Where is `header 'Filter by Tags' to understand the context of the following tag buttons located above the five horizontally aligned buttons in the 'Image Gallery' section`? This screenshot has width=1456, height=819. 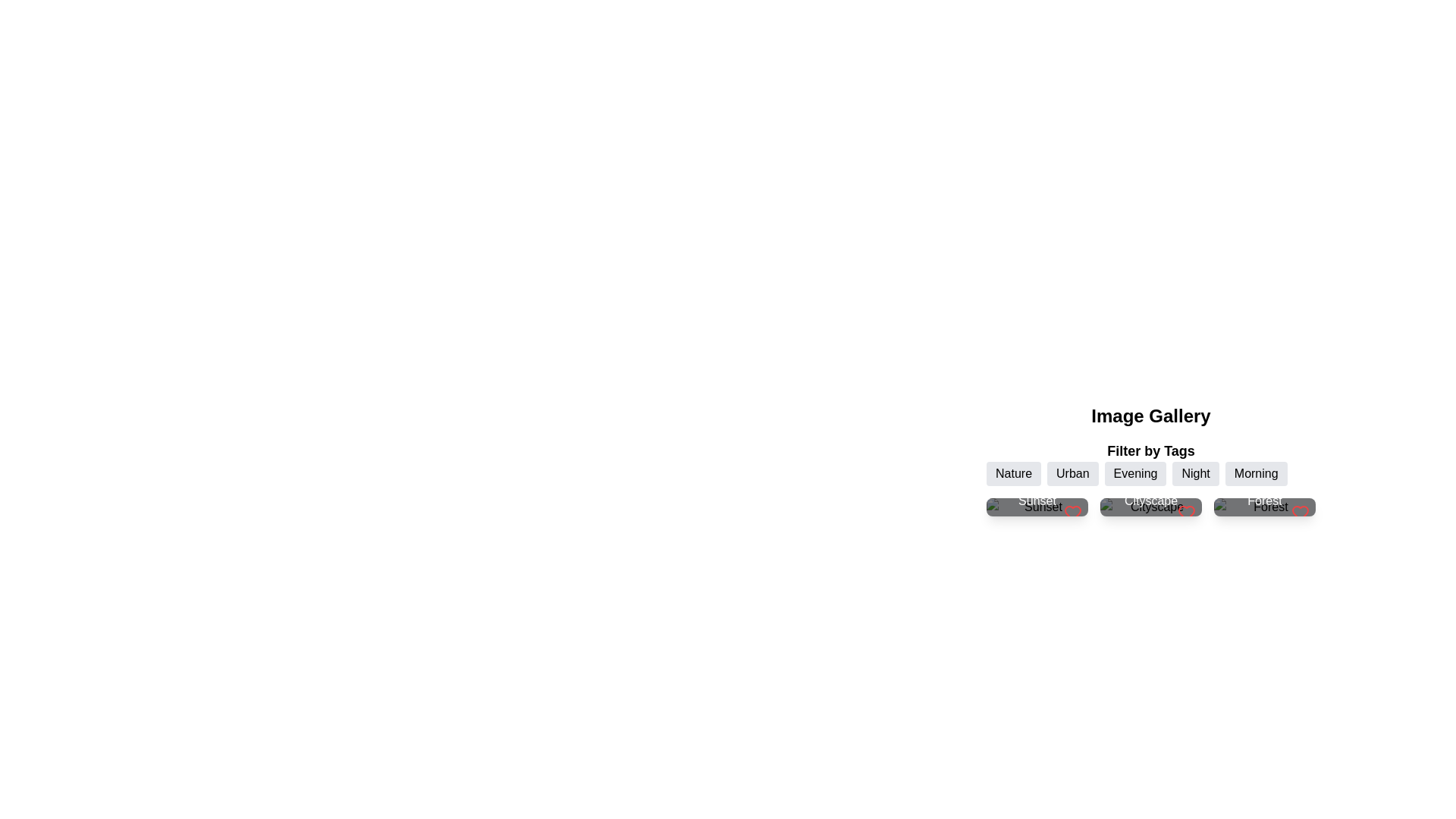 header 'Filter by Tags' to understand the context of the following tag buttons located above the five horizontally aligned buttons in the 'Image Gallery' section is located at coordinates (1150, 462).